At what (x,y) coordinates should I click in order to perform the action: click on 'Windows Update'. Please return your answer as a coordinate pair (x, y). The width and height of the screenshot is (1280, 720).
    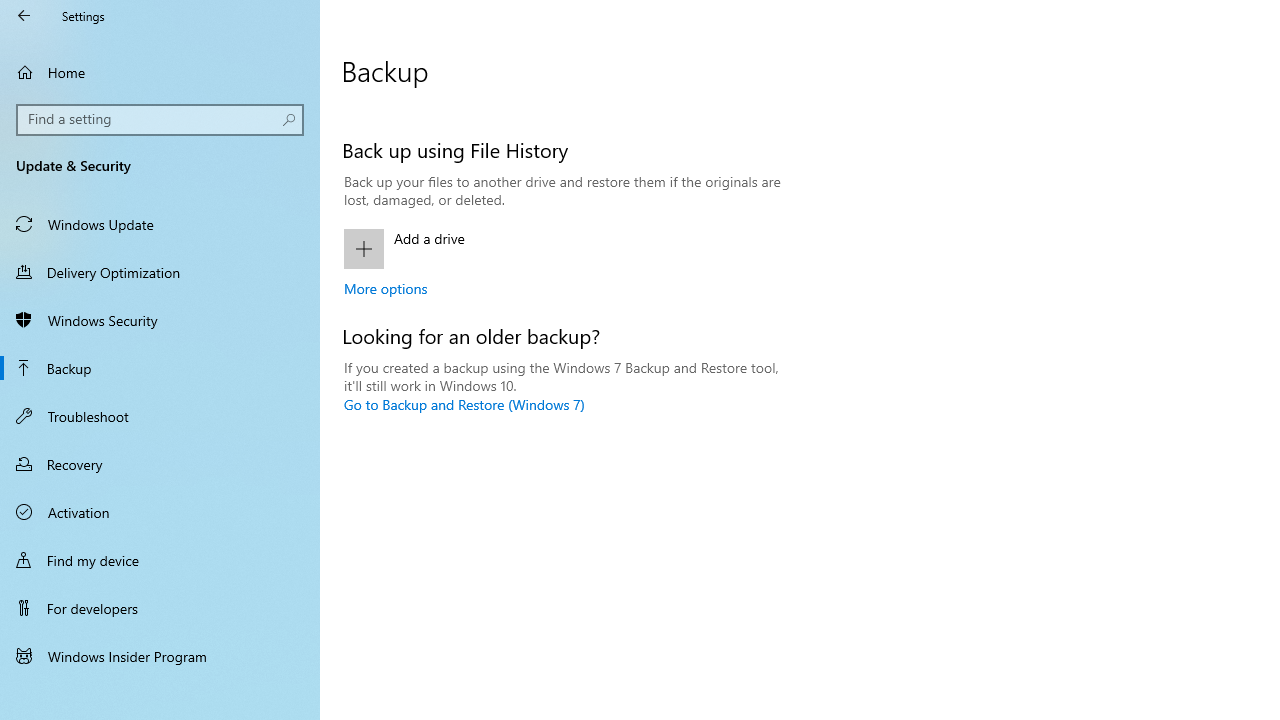
    Looking at the image, I should click on (160, 223).